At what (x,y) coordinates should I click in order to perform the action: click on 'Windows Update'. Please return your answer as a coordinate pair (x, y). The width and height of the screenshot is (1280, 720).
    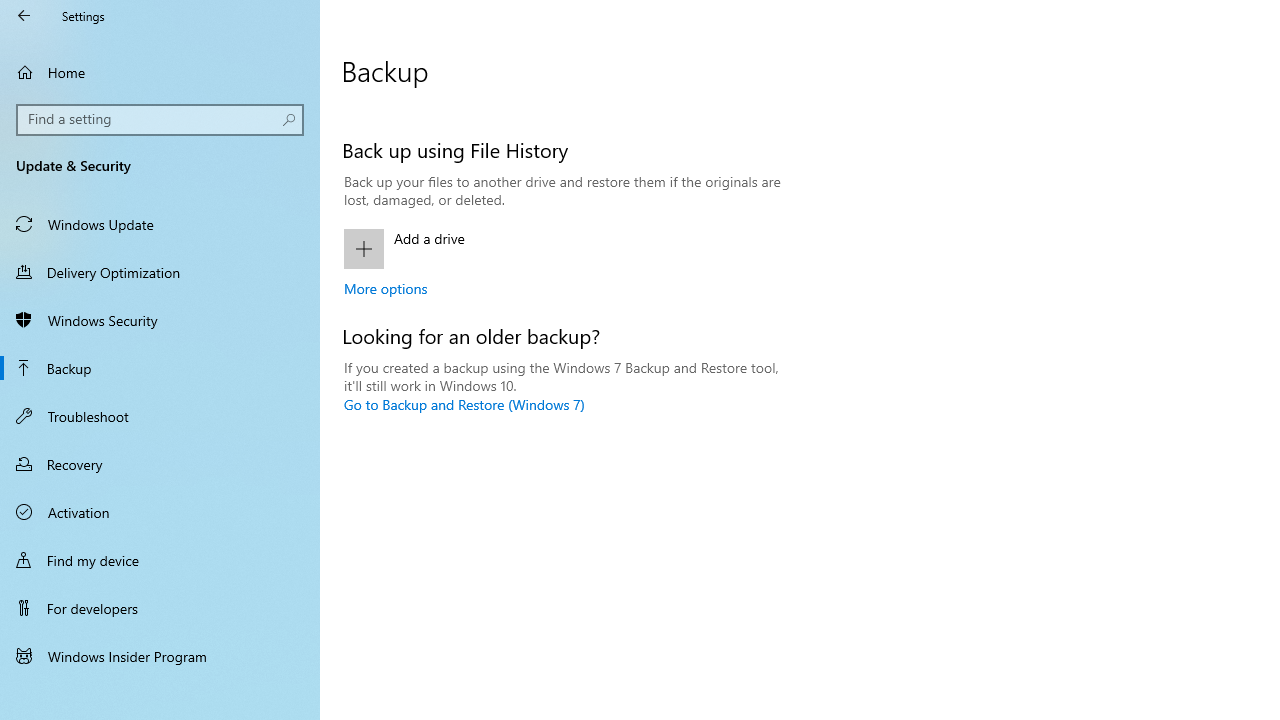
    Looking at the image, I should click on (160, 223).